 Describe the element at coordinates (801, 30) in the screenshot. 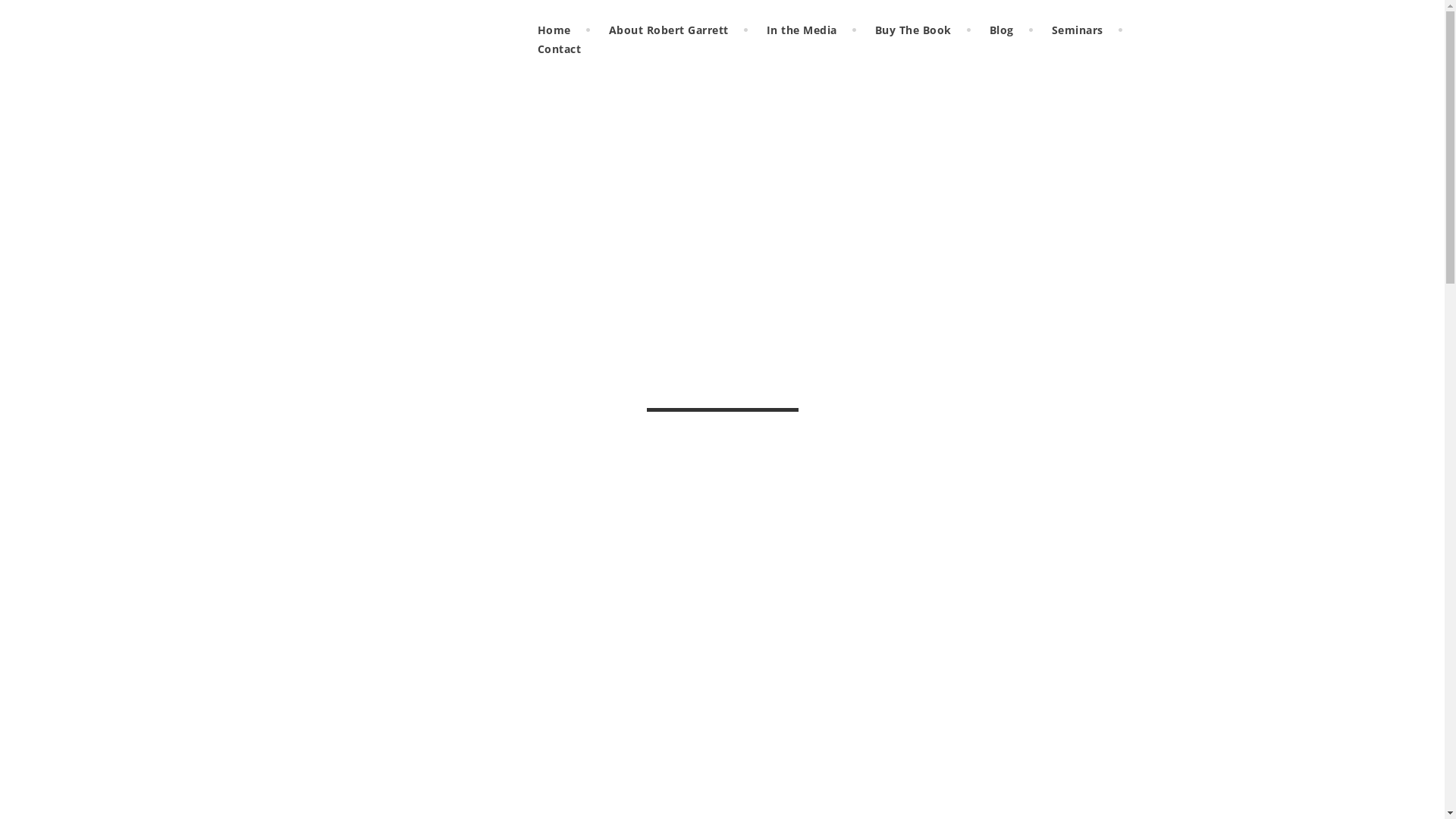

I see `'In the Media'` at that location.